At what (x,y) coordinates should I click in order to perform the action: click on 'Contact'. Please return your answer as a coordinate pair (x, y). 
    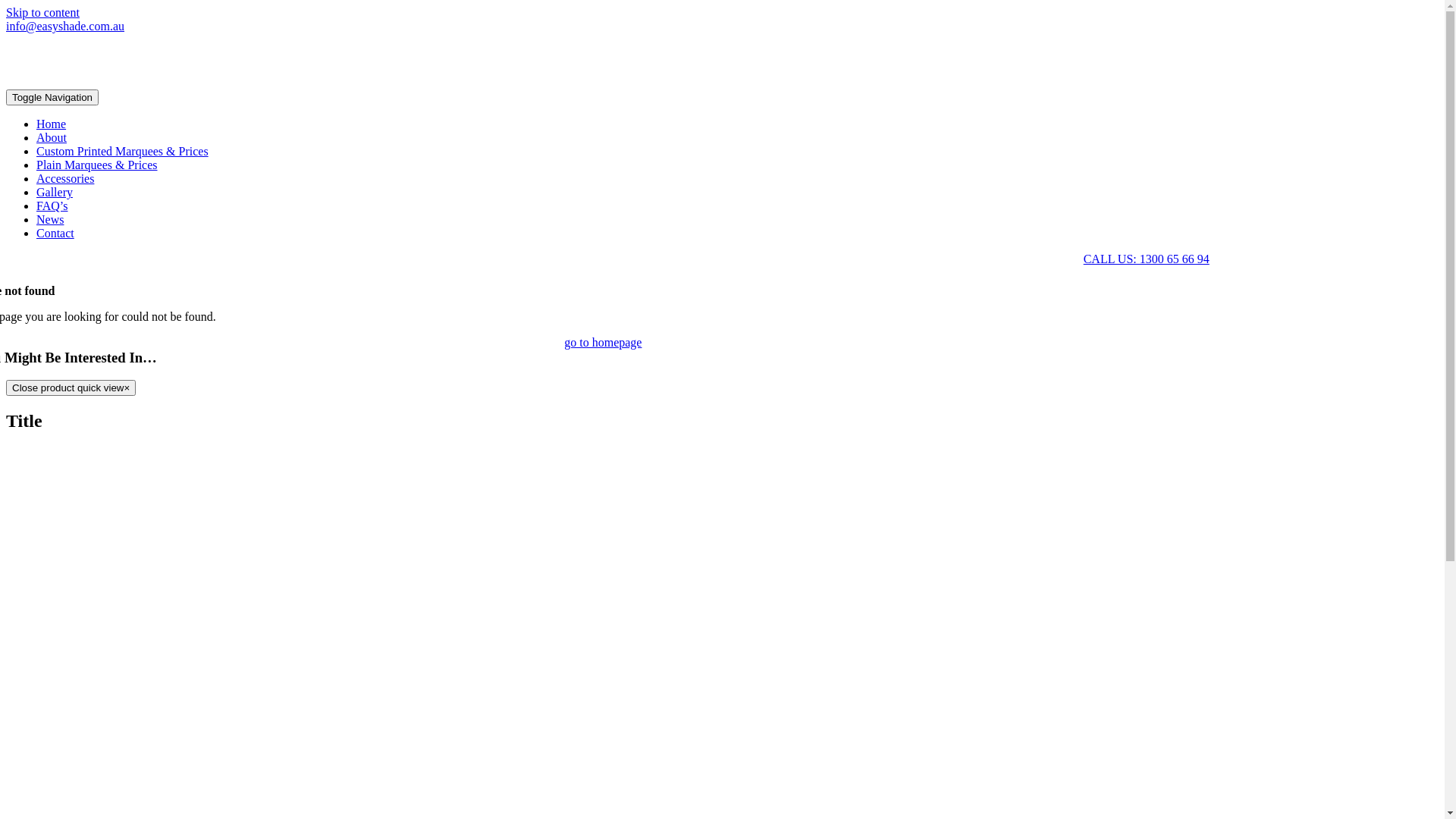
    Looking at the image, I should click on (36, 233).